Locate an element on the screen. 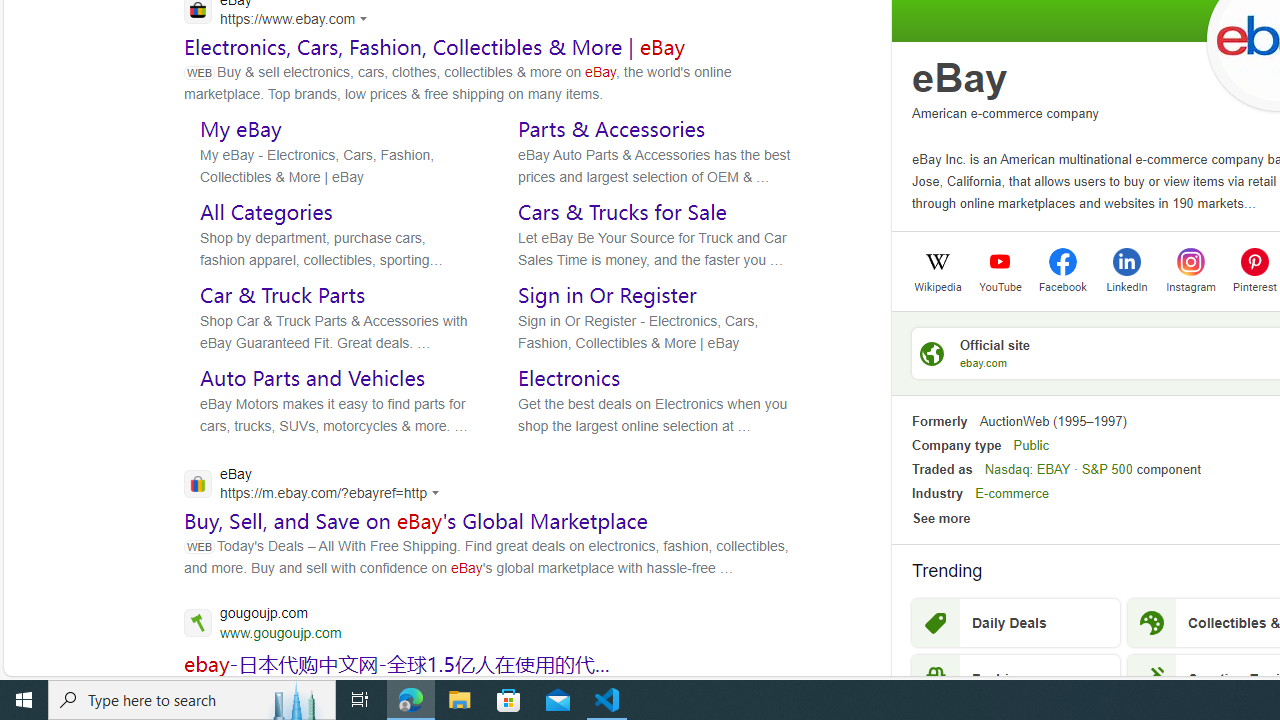 The width and height of the screenshot is (1280, 720). 'YouTube' is located at coordinates (1000, 285).